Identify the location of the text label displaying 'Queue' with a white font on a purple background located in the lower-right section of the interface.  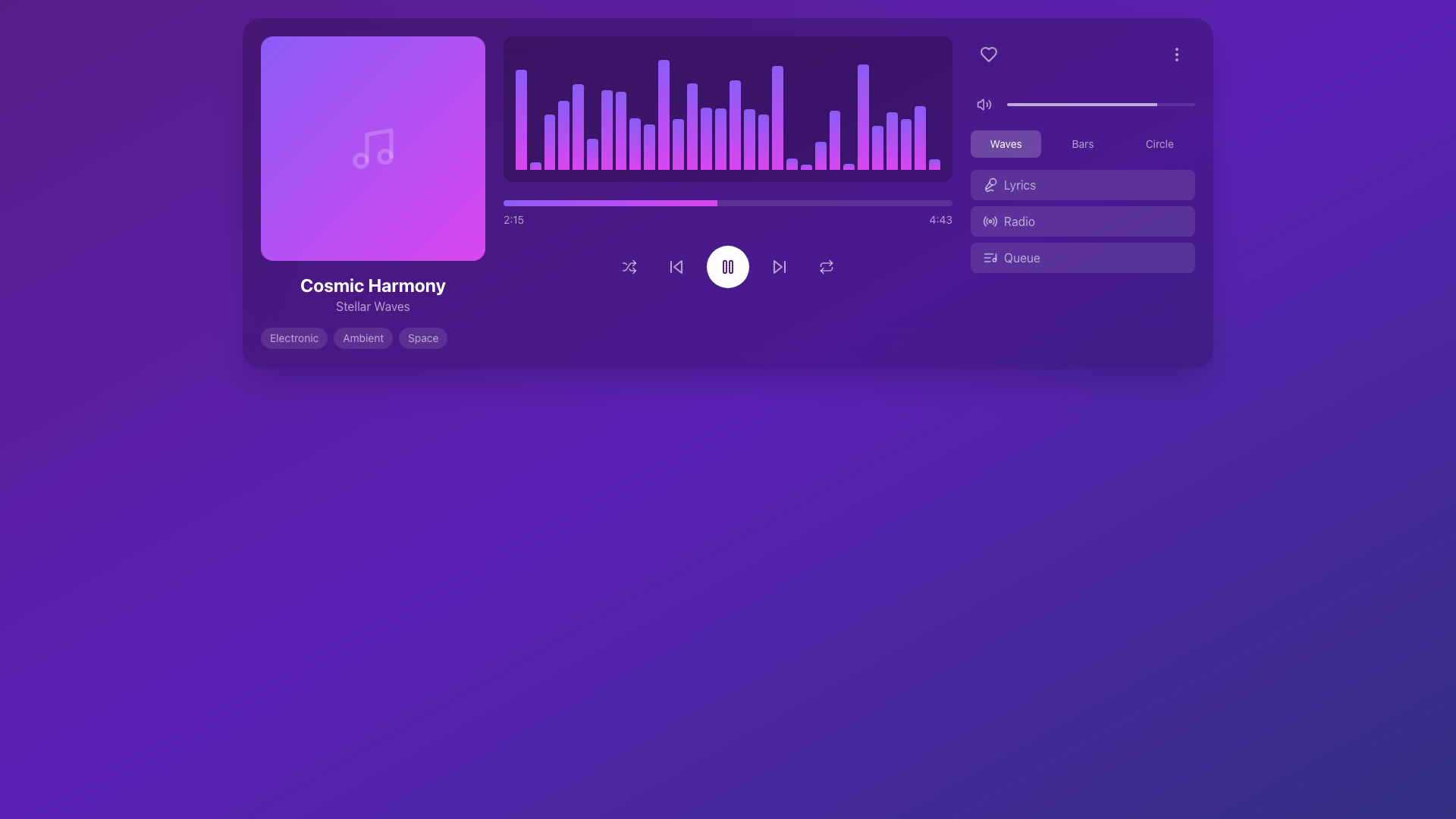
(1021, 256).